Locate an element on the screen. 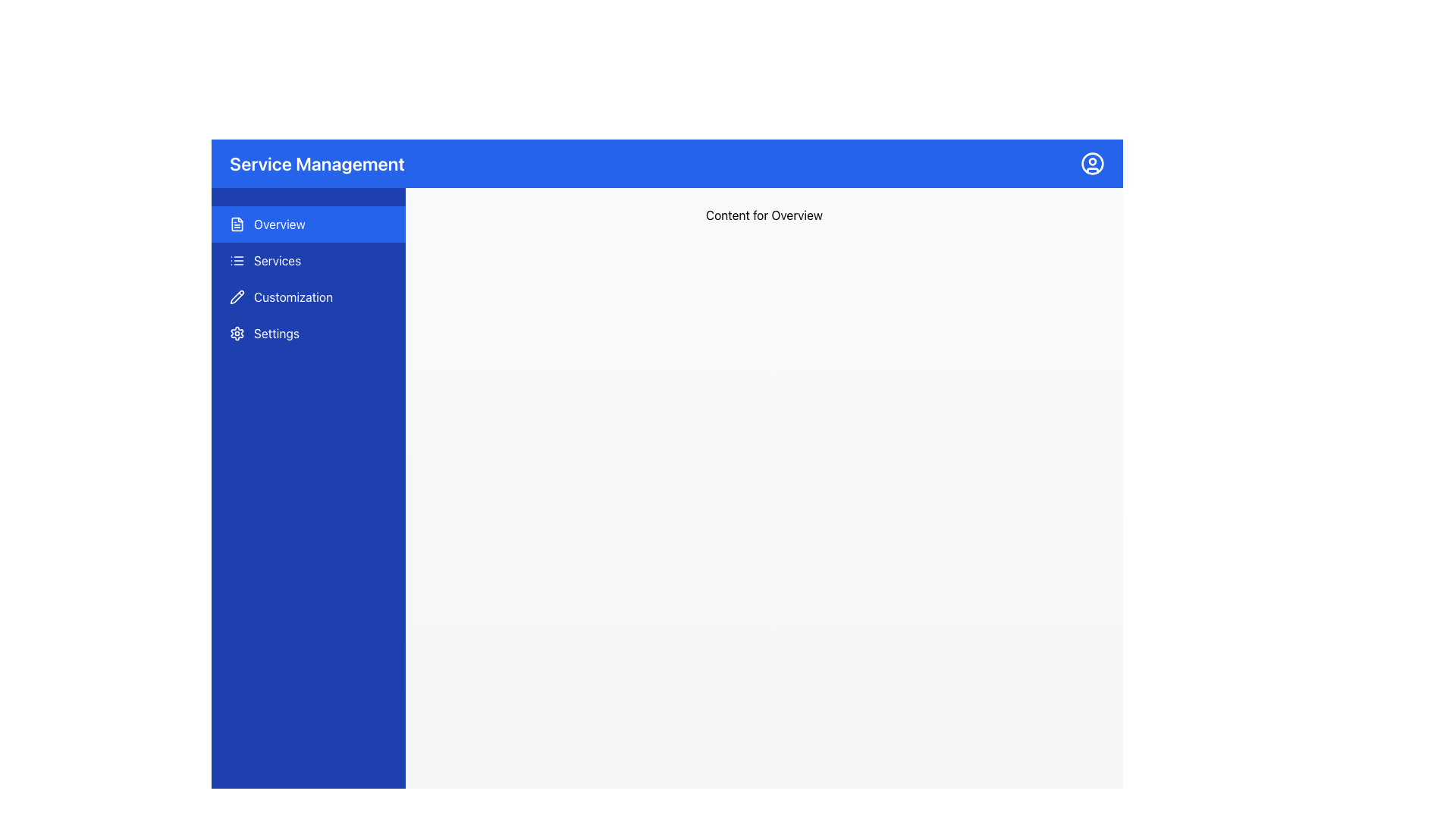 The height and width of the screenshot is (819, 1456). the pencil icon located in the 'Customization' menu of the navigation bar, which is the third item from the top is located at coordinates (236, 296).